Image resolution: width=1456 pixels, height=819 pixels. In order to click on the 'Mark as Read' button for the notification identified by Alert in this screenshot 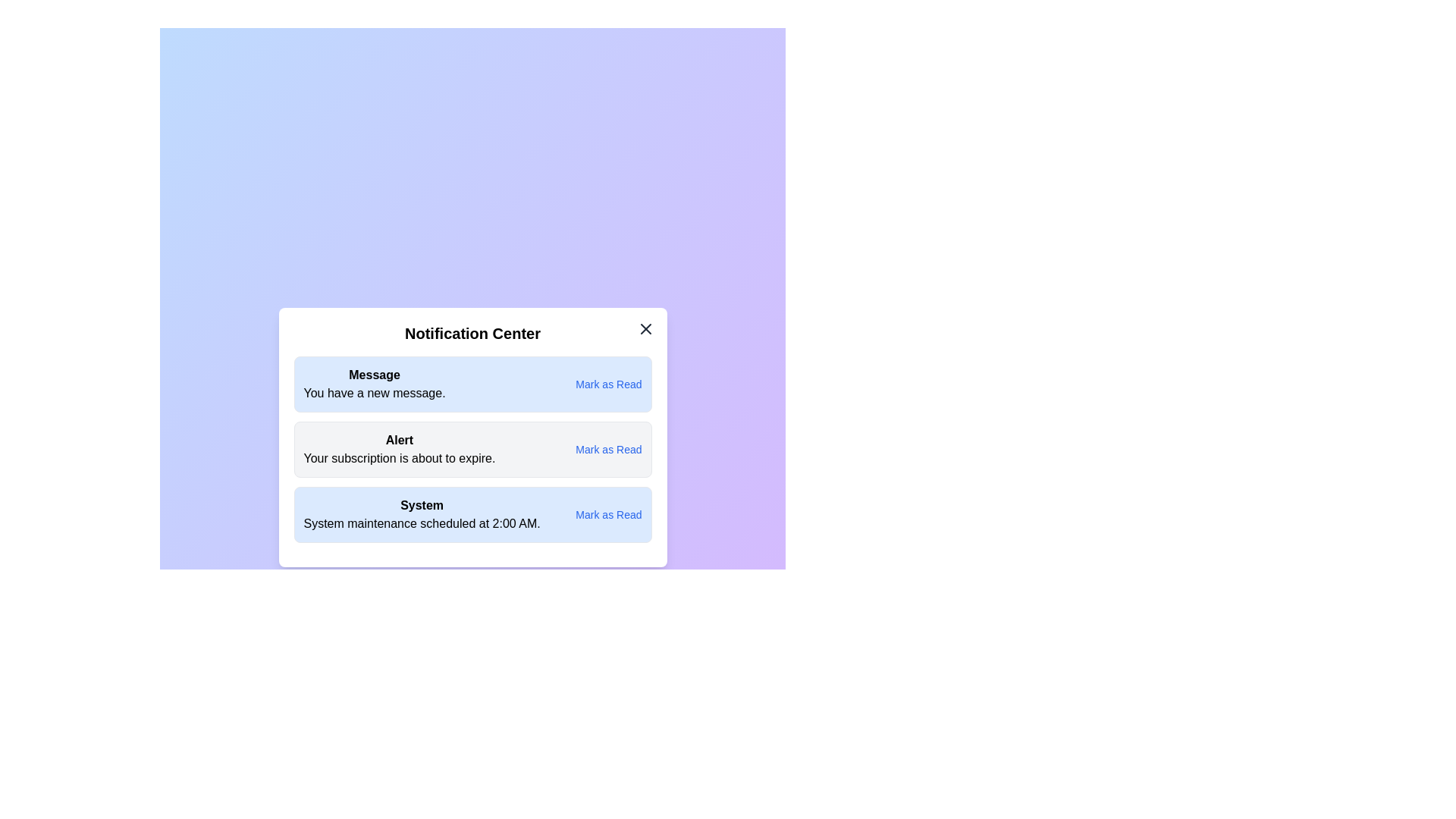, I will do `click(608, 449)`.